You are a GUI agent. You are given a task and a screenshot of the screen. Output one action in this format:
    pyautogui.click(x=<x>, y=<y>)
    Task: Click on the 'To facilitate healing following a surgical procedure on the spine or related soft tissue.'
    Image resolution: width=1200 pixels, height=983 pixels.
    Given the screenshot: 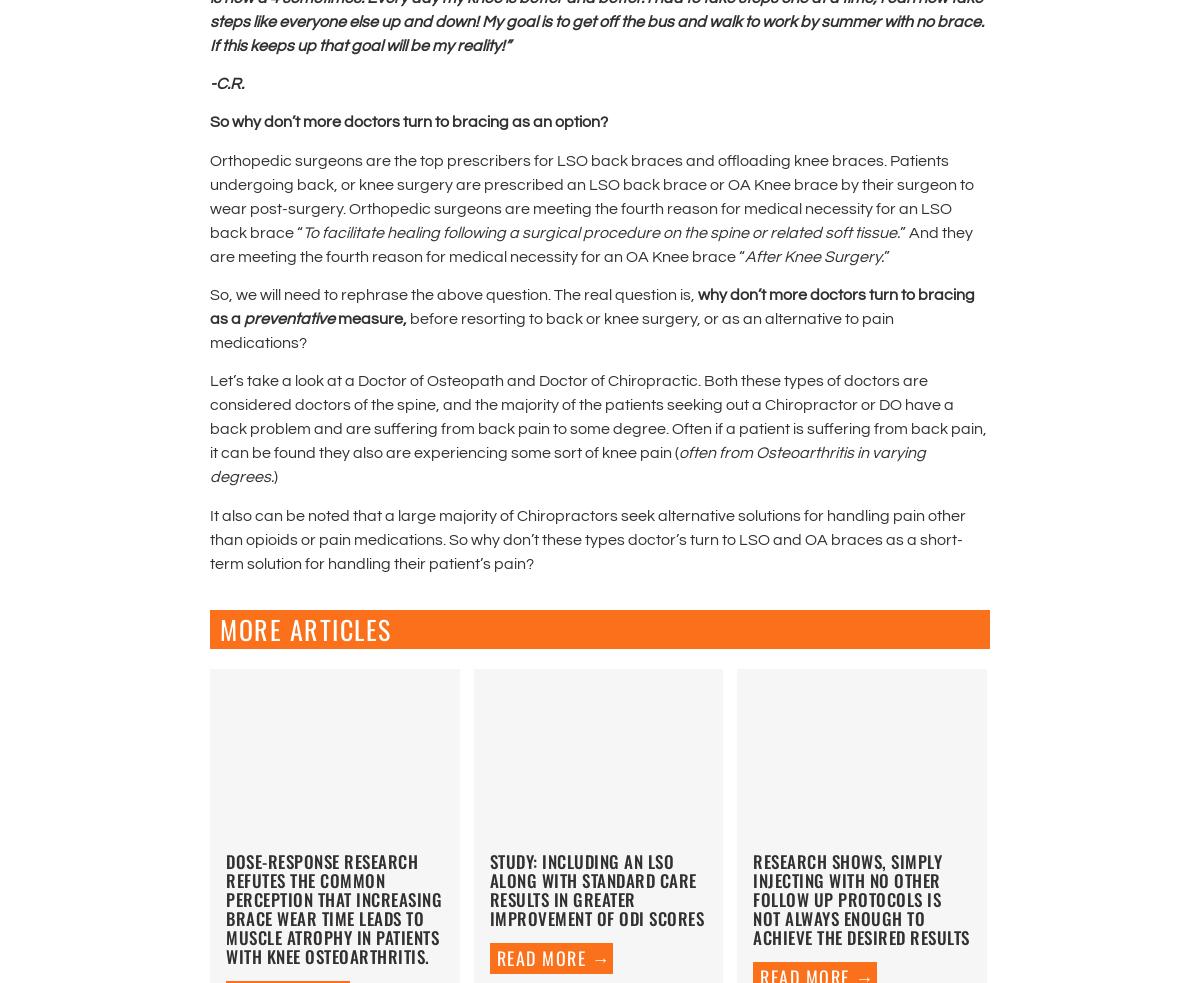 What is the action you would take?
    pyautogui.click(x=601, y=231)
    